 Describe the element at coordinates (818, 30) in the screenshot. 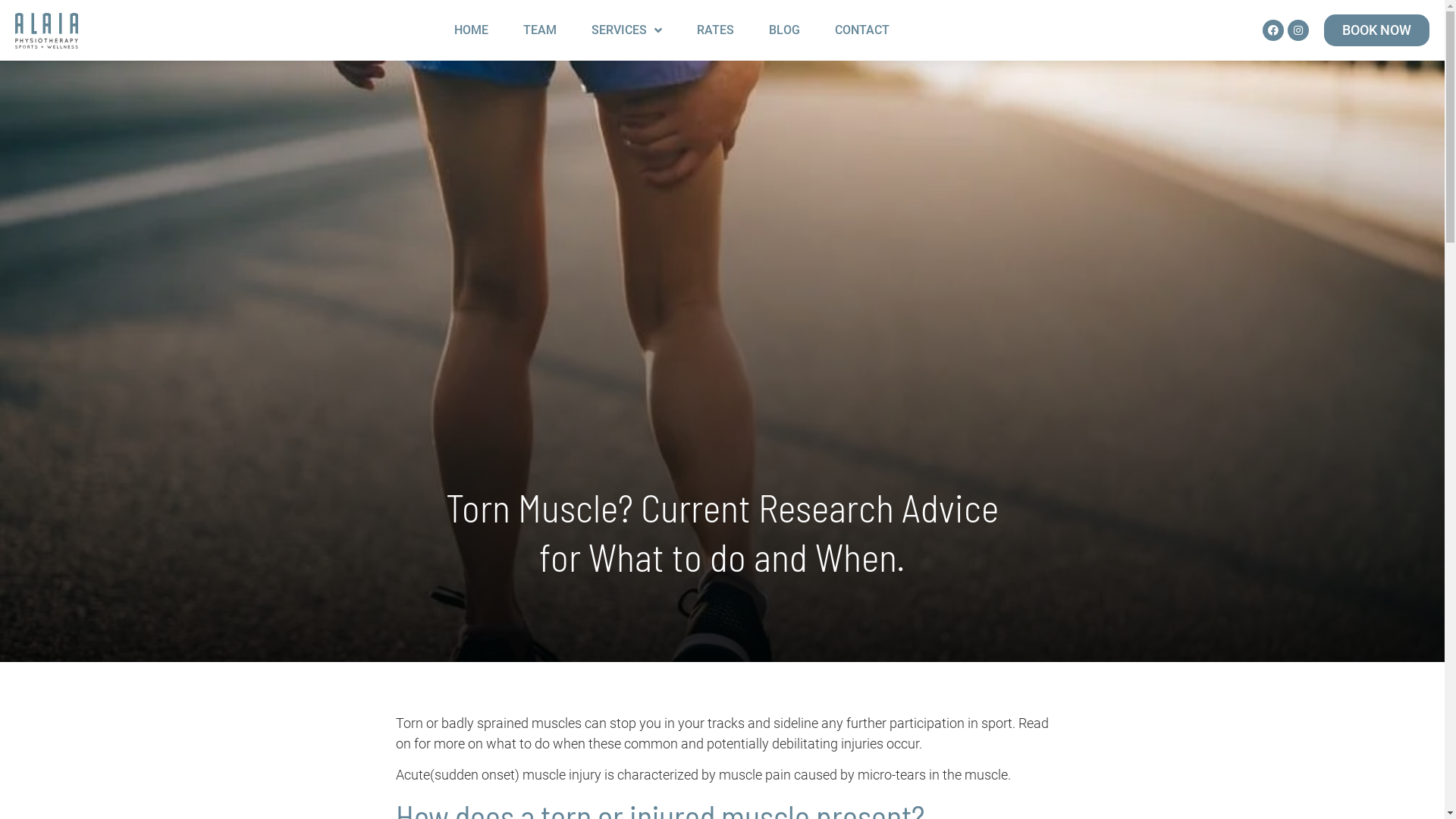

I see `'CONTACT'` at that location.